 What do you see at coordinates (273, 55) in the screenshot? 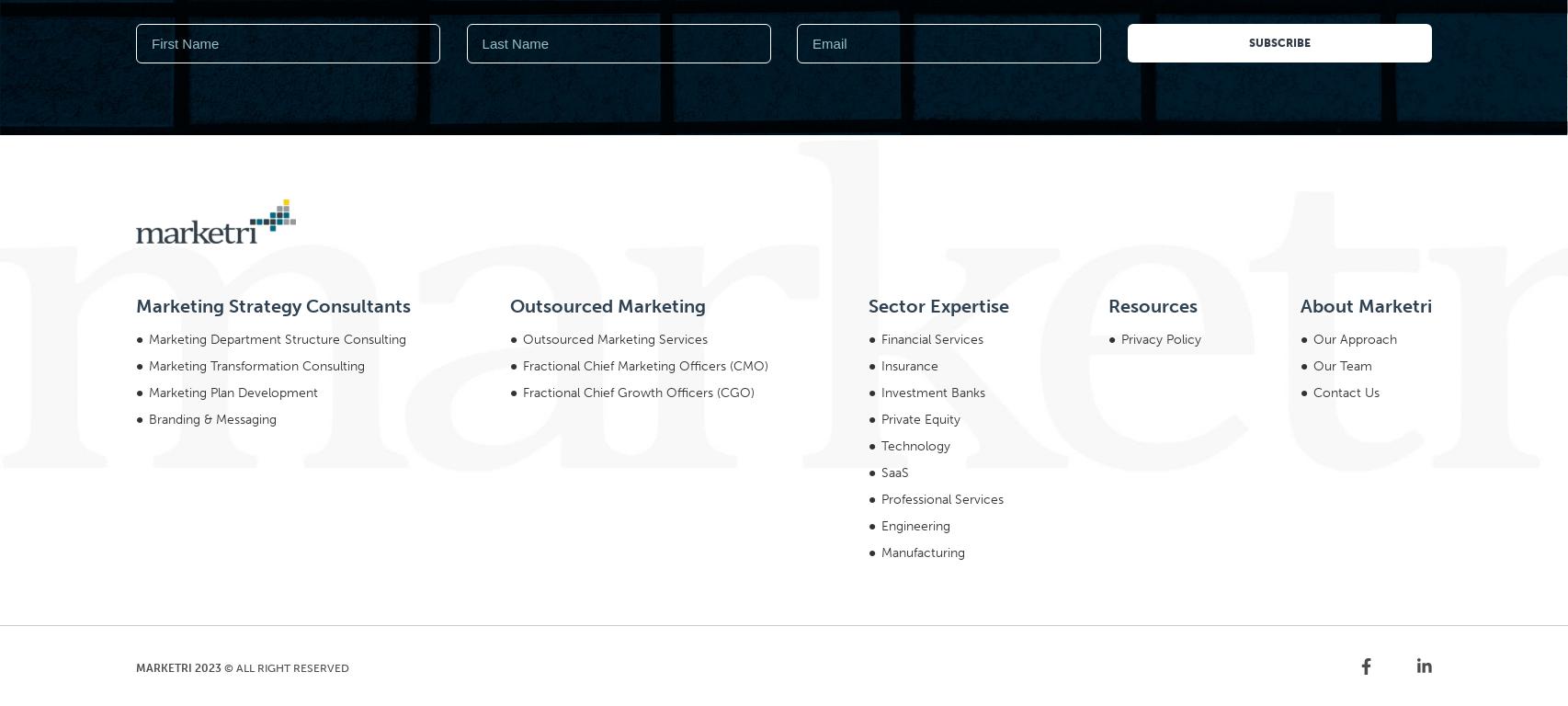
I see `'Marketing Strategy Consultants'` at bounding box center [273, 55].